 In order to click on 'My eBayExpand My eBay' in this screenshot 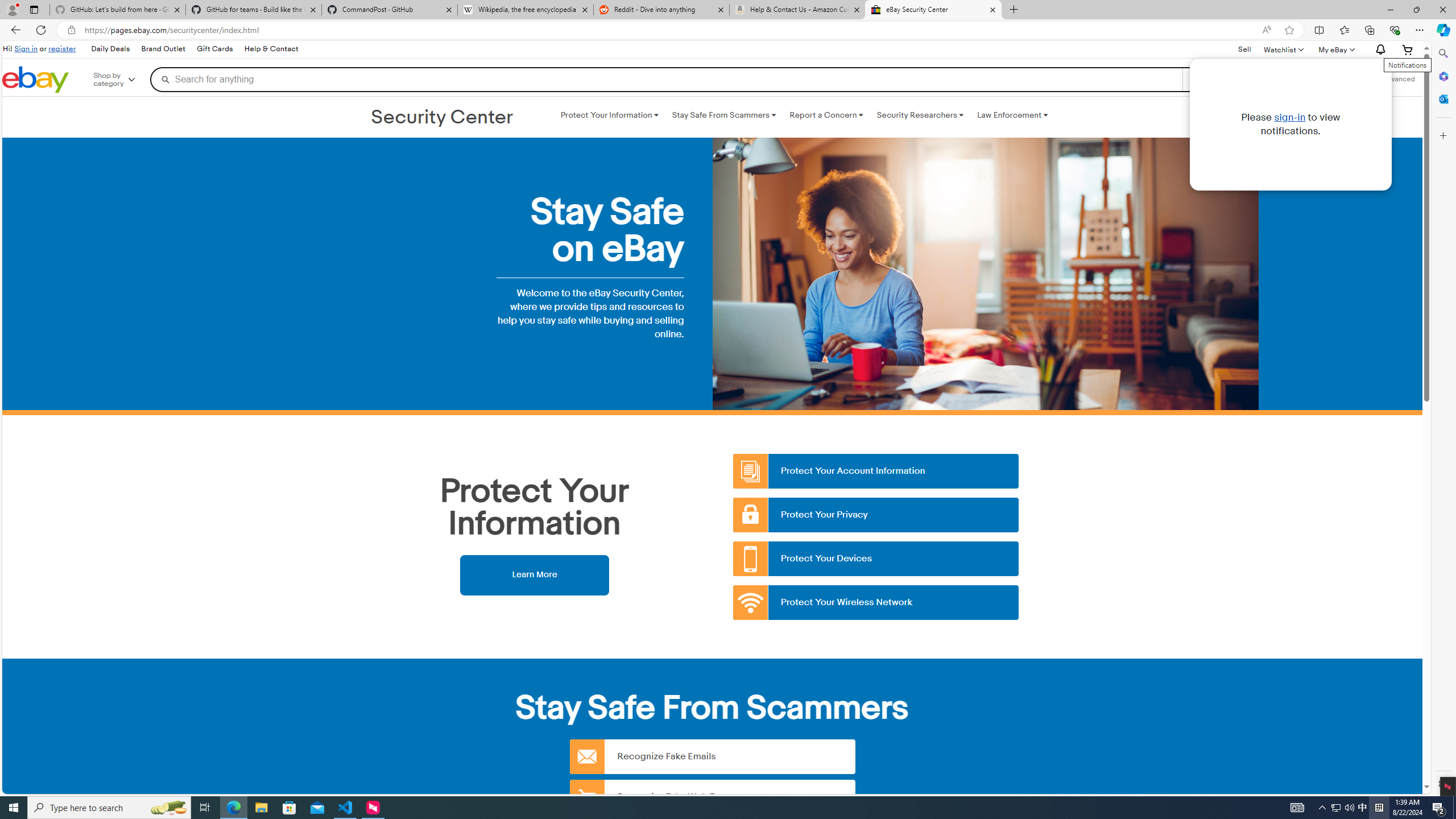, I will do `click(1335, 49)`.